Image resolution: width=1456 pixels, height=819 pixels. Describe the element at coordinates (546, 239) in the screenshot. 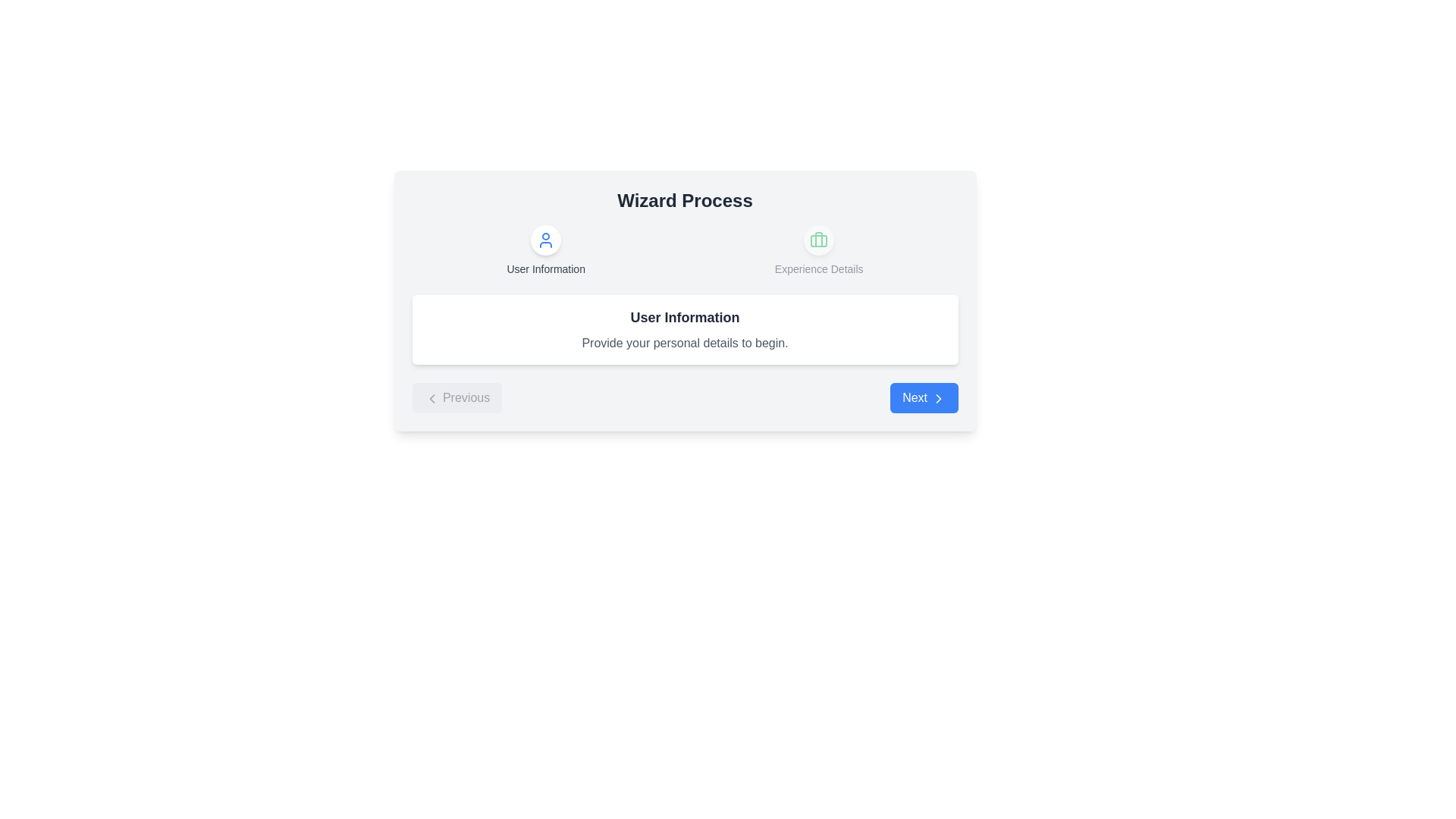

I see `the blue-colored user icon with a circular profile image representation, which is located on the left side of the header section of the wizard process interface` at that location.